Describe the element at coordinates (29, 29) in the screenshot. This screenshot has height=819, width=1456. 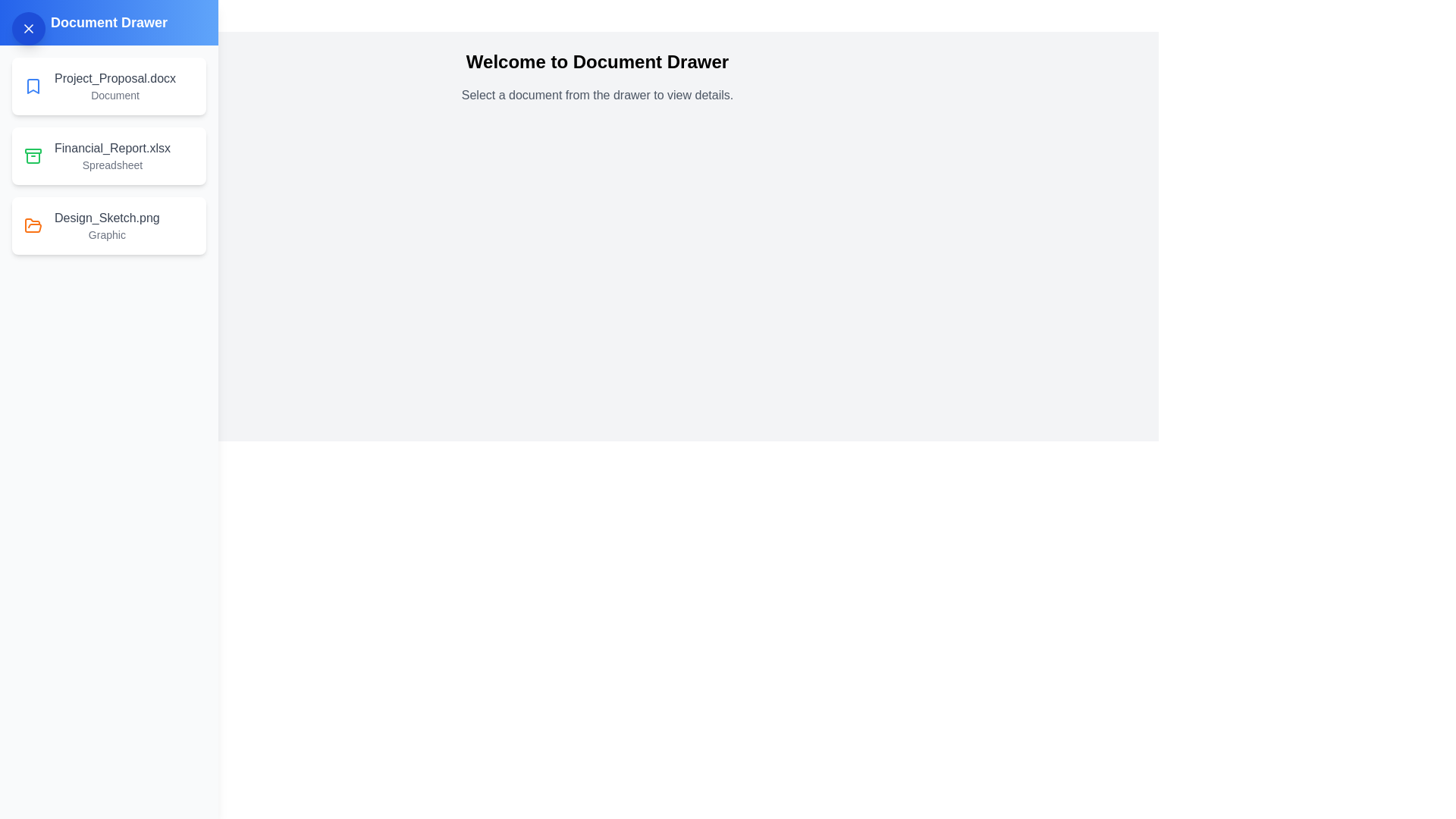
I see `the toggle button at the top left to open or close the drawer` at that location.